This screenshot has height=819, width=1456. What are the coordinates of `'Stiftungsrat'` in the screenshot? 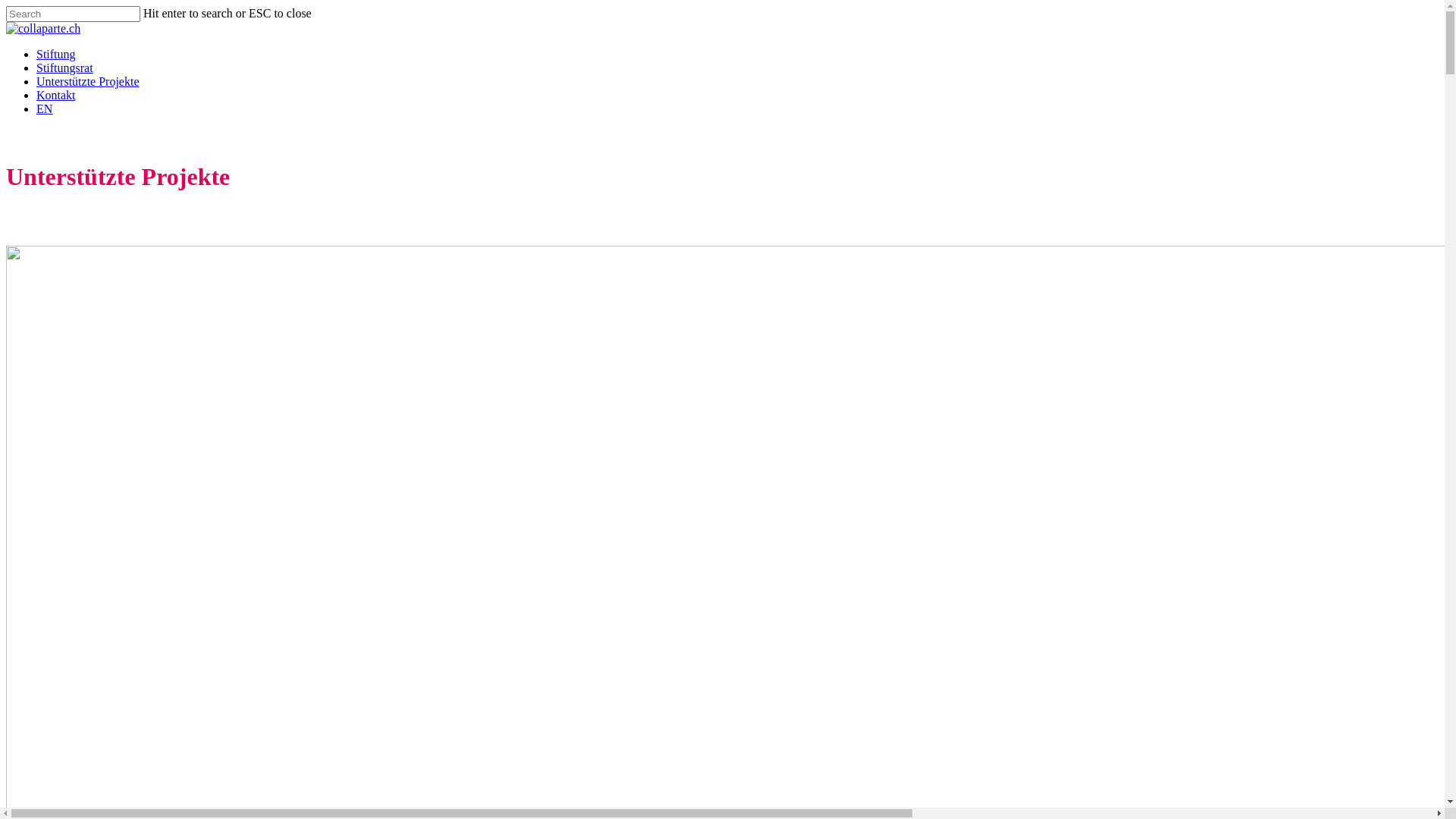 It's located at (36, 67).